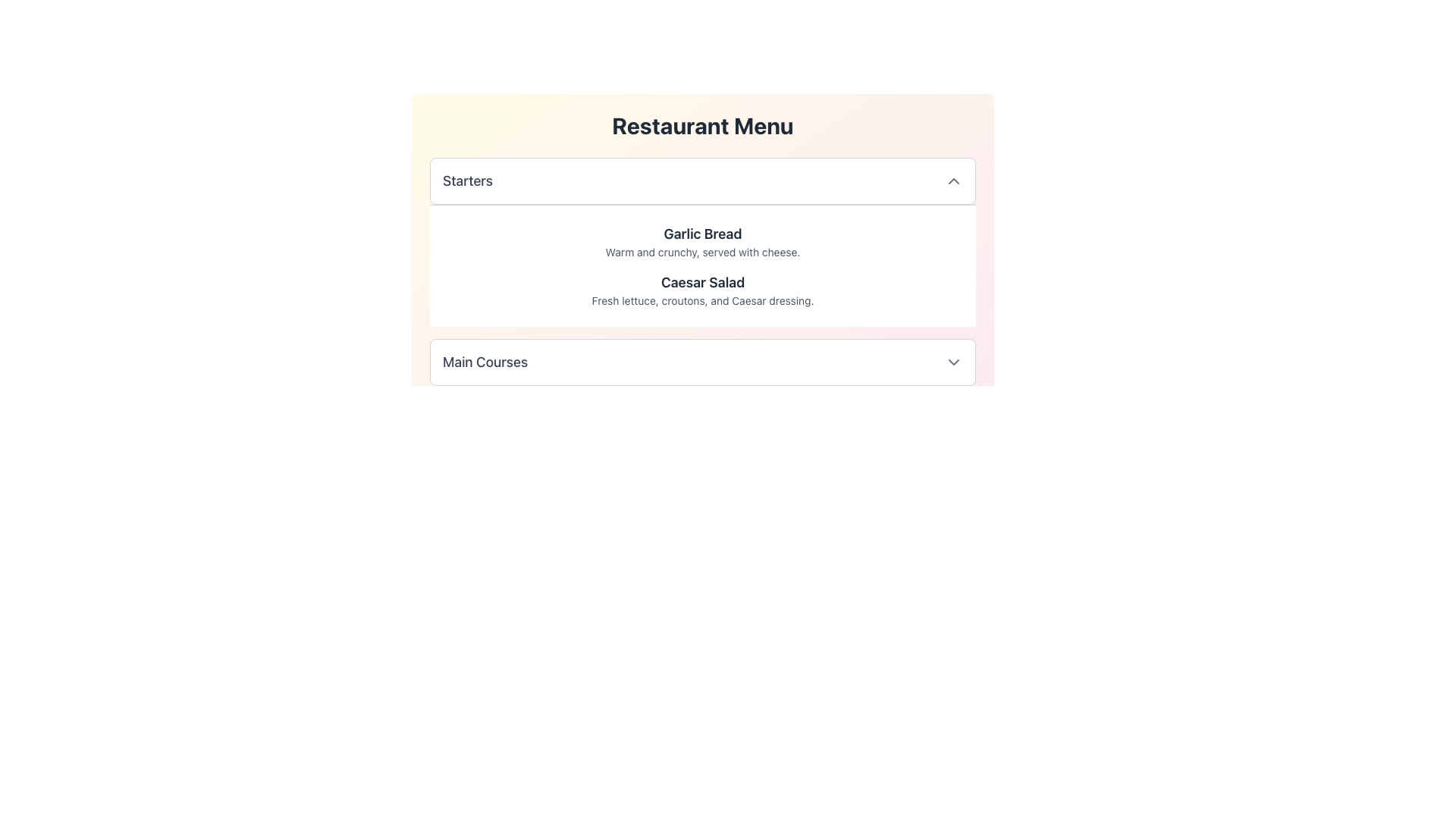 The height and width of the screenshot is (819, 1456). Describe the element at coordinates (701, 251) in the screenshot. I see `the description text element associated with the menu item 'Garlic Bread', located in the 'Starters' section, positioned below 'Garlic Bread' and above 'Caesar Salad'` at that location.